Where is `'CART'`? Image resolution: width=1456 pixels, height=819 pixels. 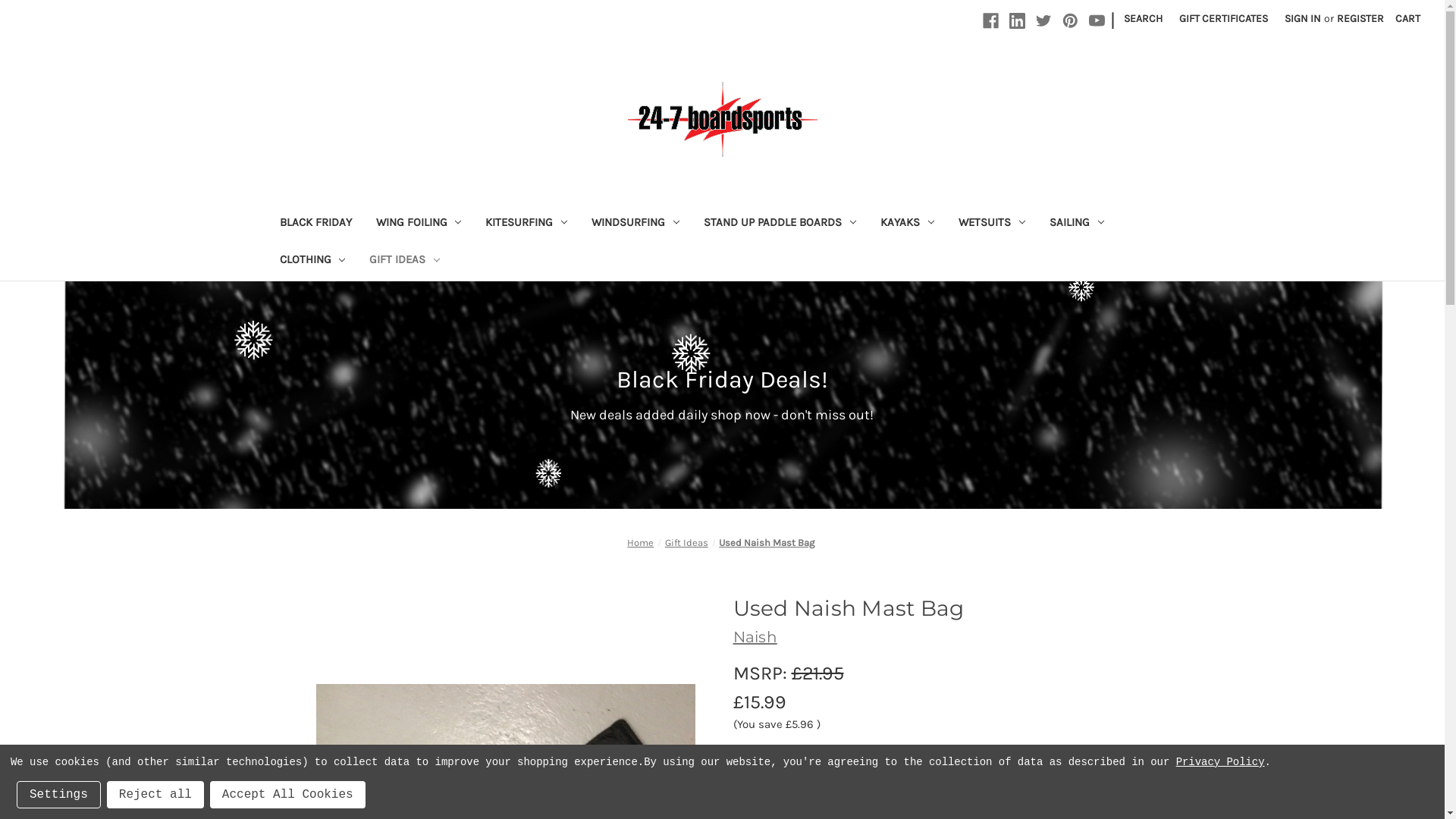 'CART' is located at coordinates (1407, 18).